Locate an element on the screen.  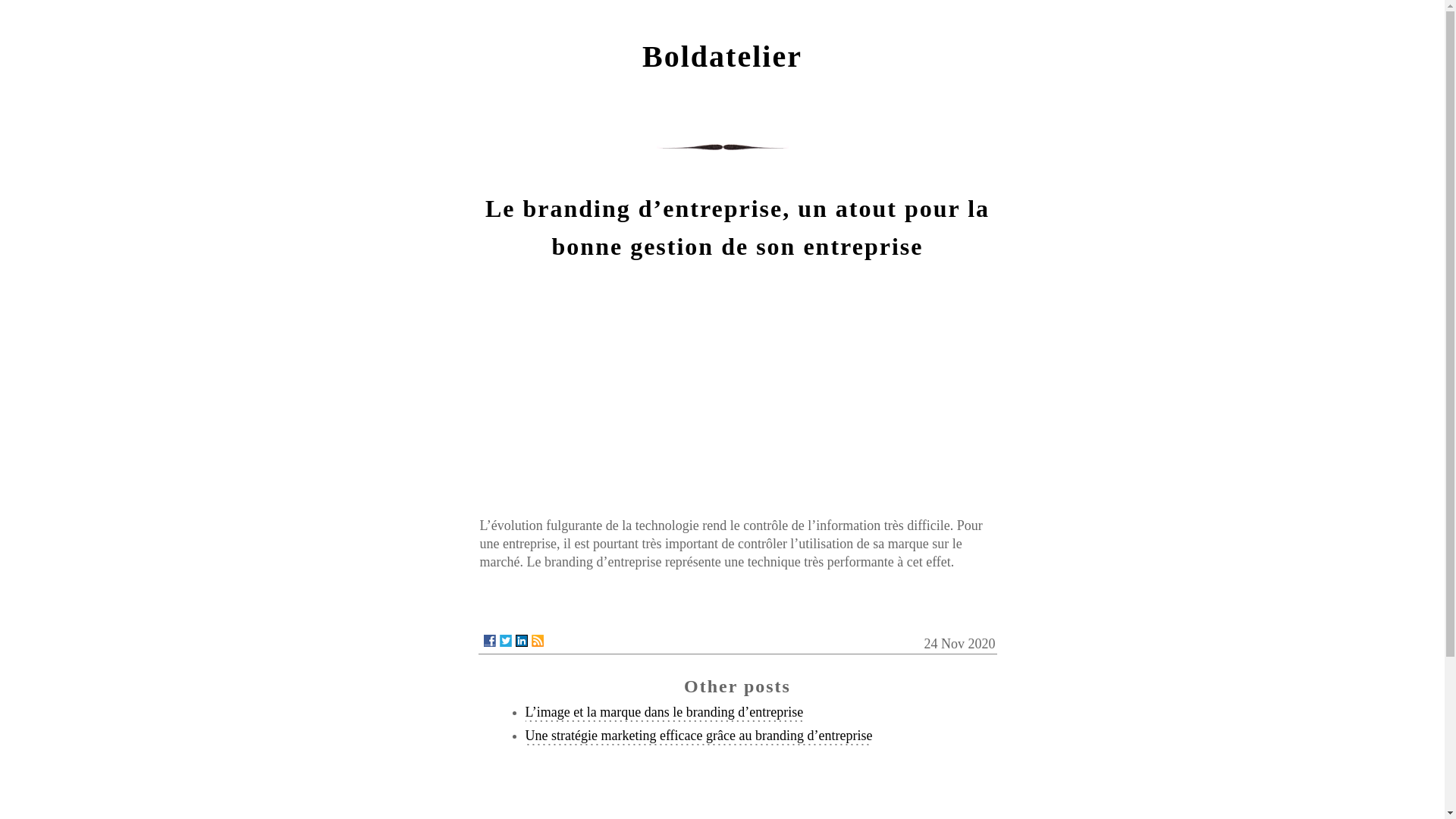
'RSS' is located at coordinates (537, 640).